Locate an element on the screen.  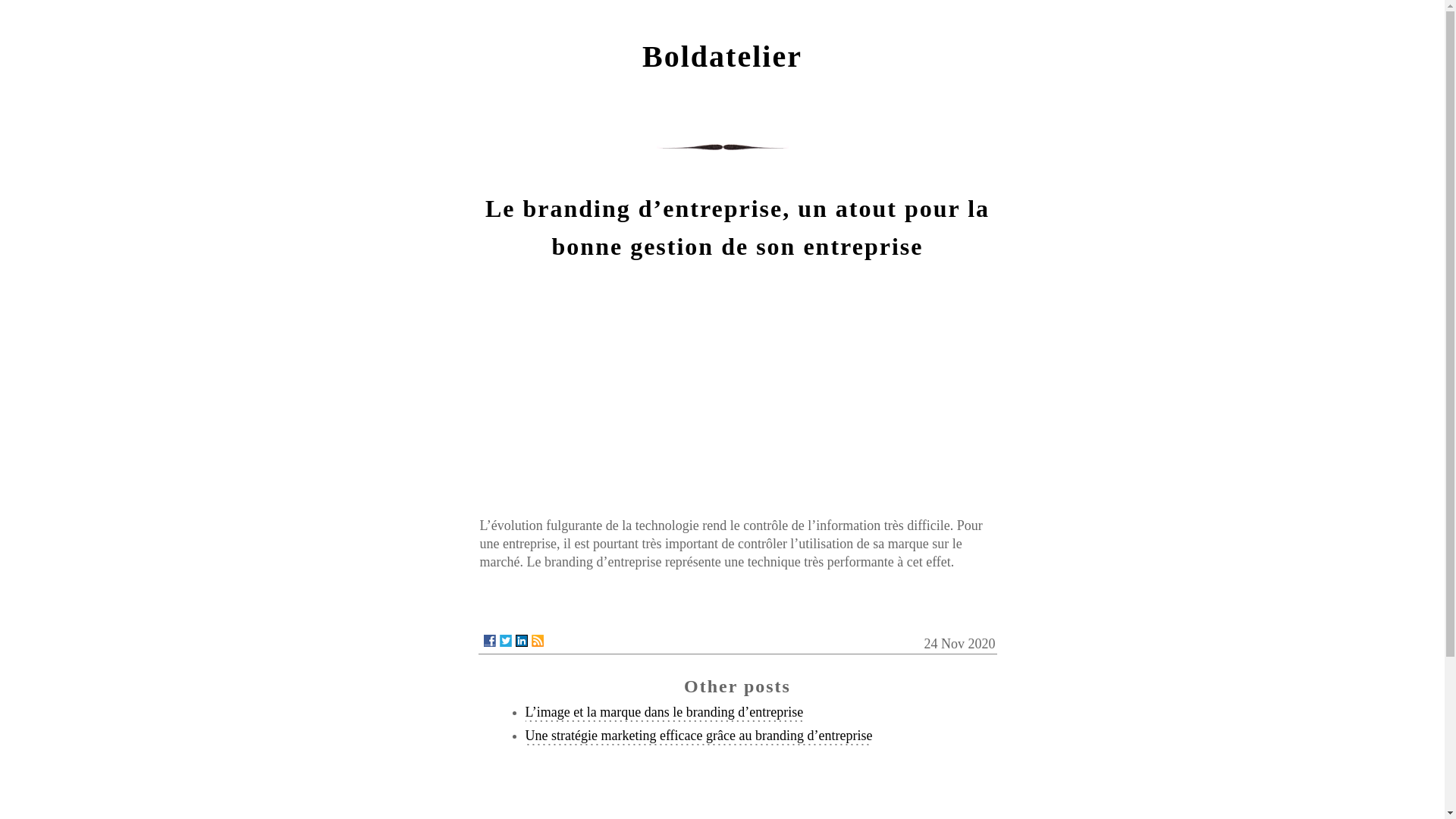
'RSS' is located at coordinates (537, 640).